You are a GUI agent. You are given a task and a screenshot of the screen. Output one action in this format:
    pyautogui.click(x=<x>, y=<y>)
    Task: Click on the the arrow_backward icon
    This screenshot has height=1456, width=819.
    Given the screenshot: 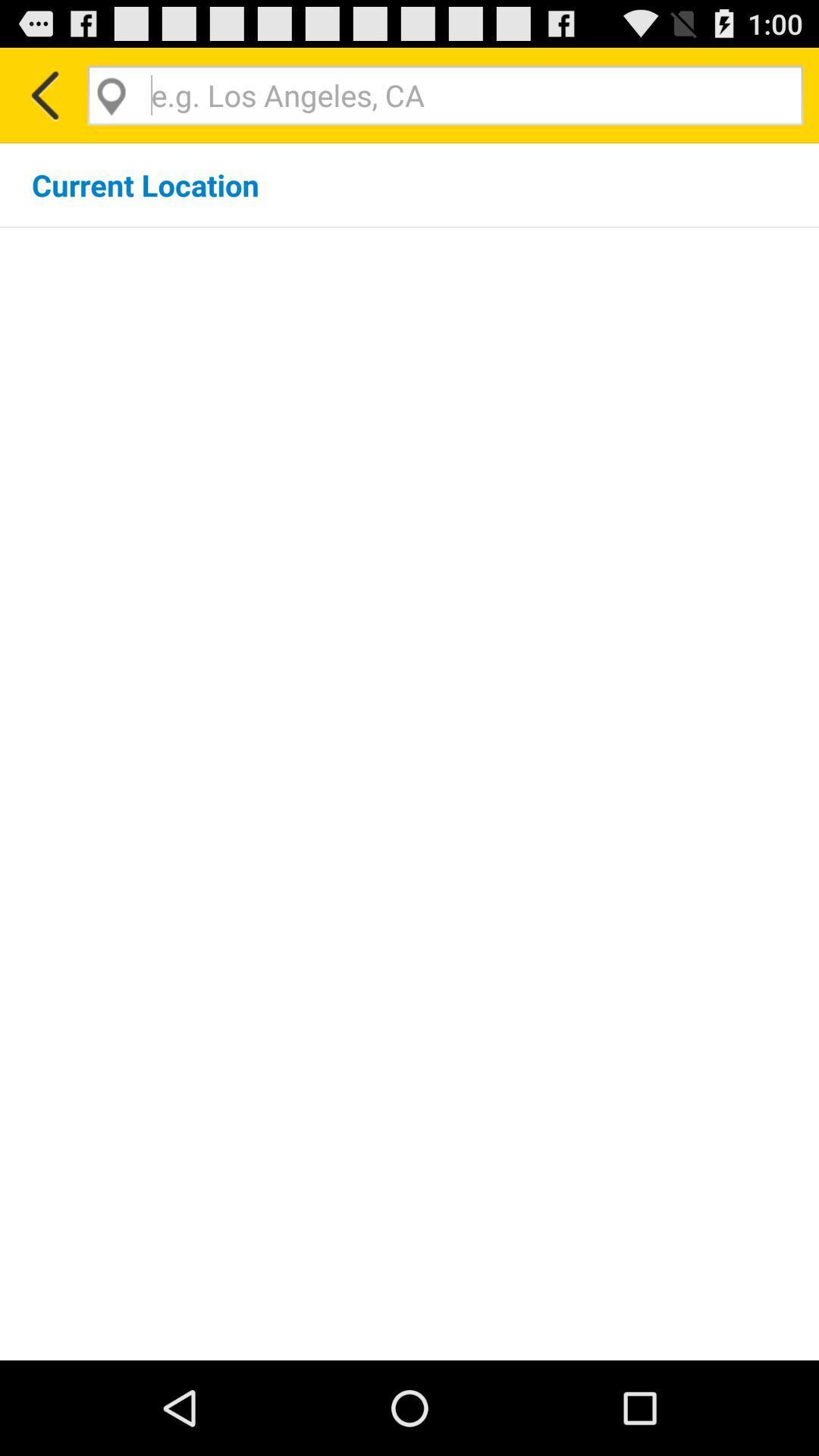 What is the action you would take?
    pyautogui.click(x=42, y=101)
    